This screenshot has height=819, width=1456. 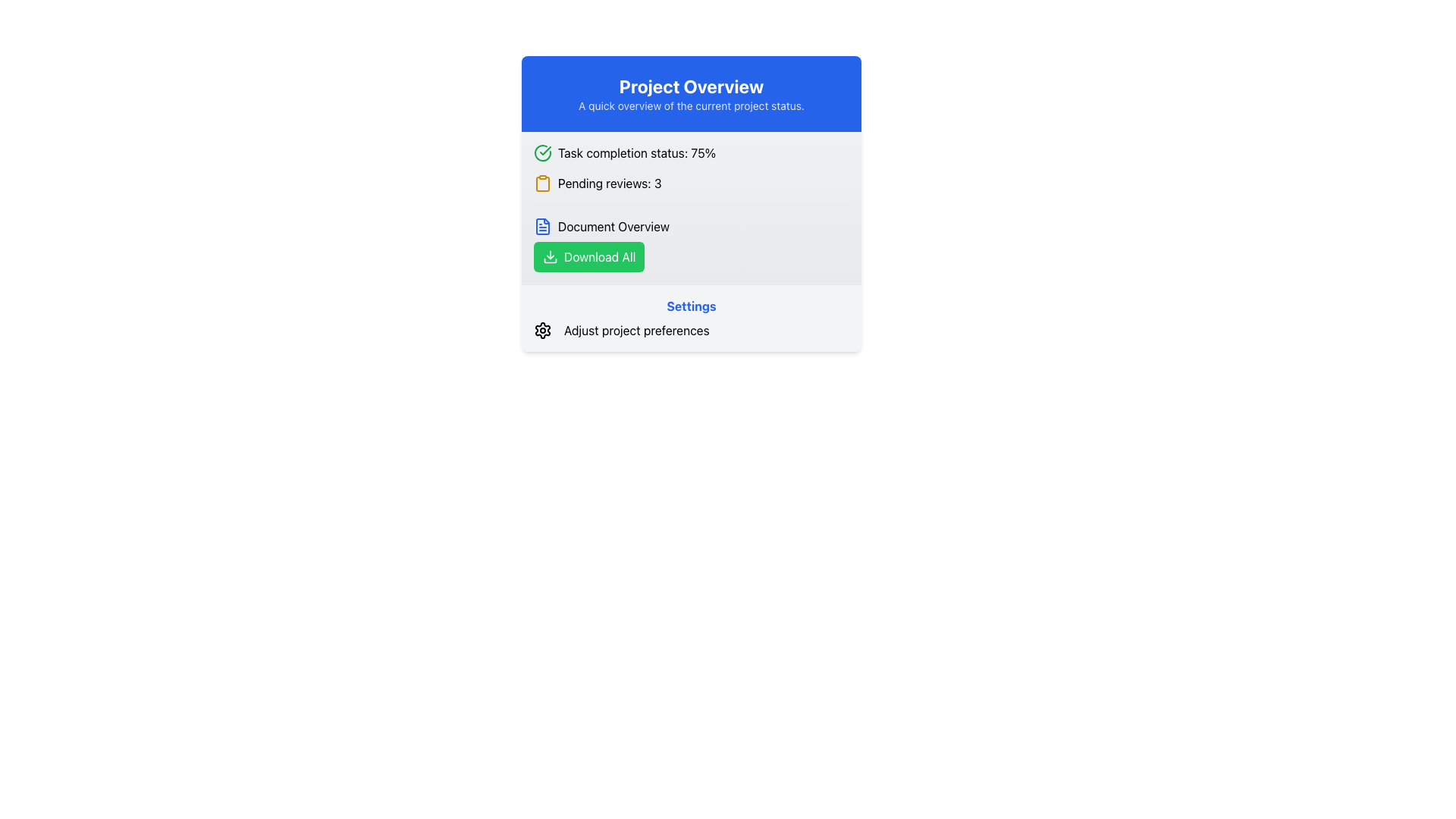 What do you see at coordinates (637, 152) in the screenshot?
I see `the informational text element that displays the completion percentage of a task, located in the first row of informational entries within a card, immediately to the right of a green circular checkmark icon` at bounding box center [637, 152].